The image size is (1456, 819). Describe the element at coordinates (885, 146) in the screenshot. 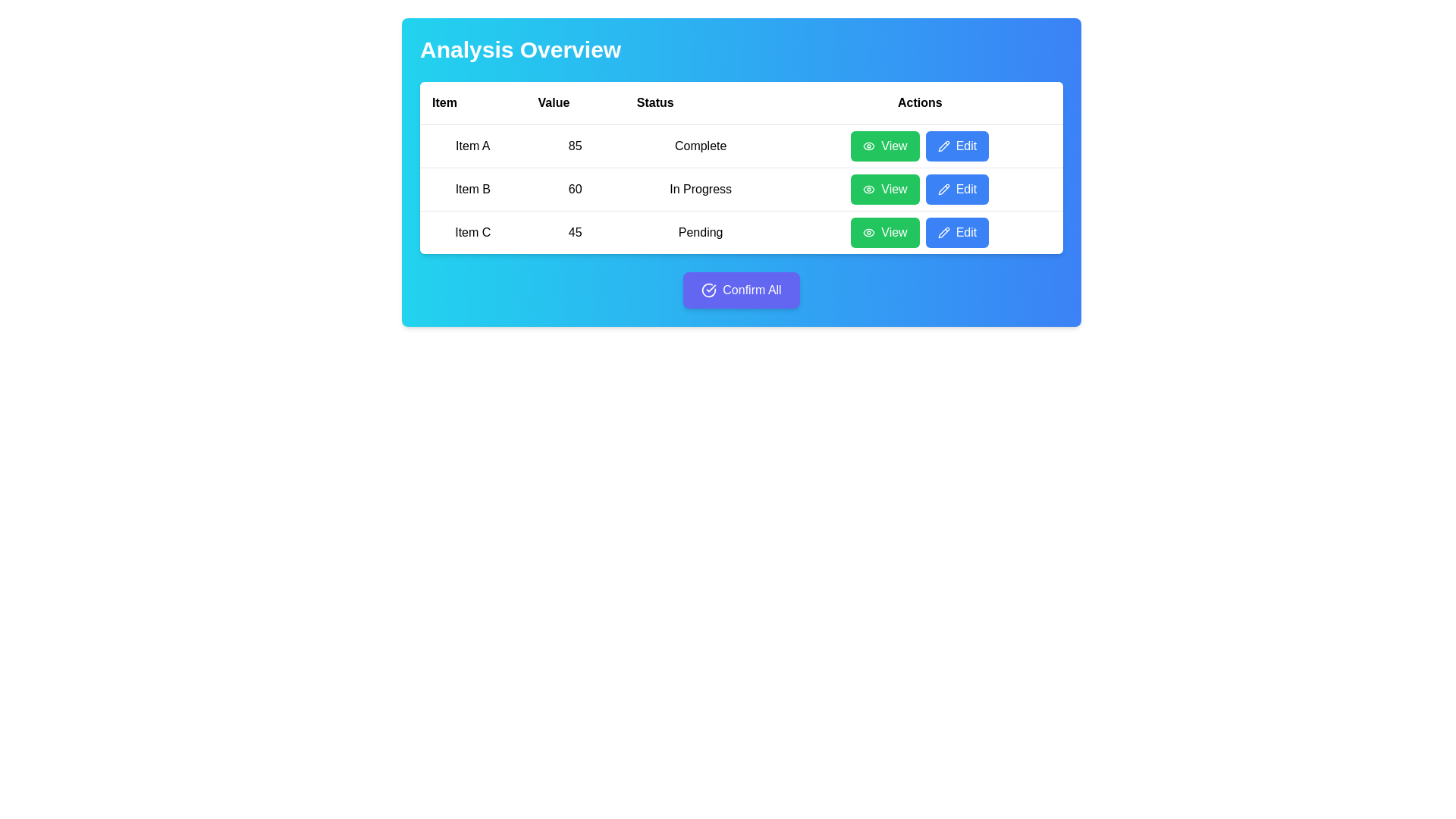

I see `the first button in the 'Actions' column of the first row in the table` at that location.